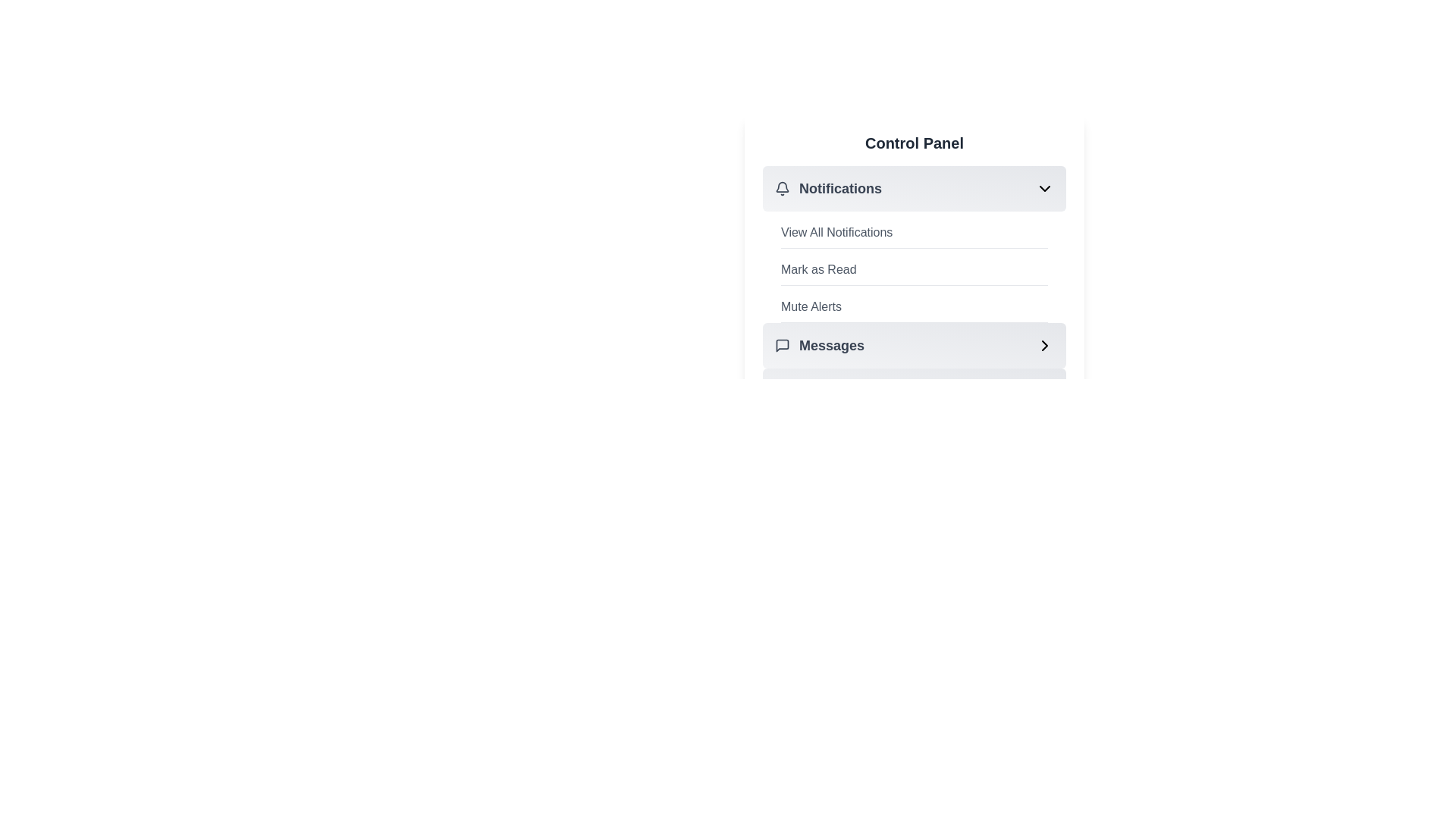 The image size is (1456, 819). What do you see at coordinates (913, 237) in the screenshot?
I see `the 'View All Notifications' link from the collapsible navigation panel that contains various action links such as 'Control Panel' and 'Notifications'` at bounding box center [913, 237].